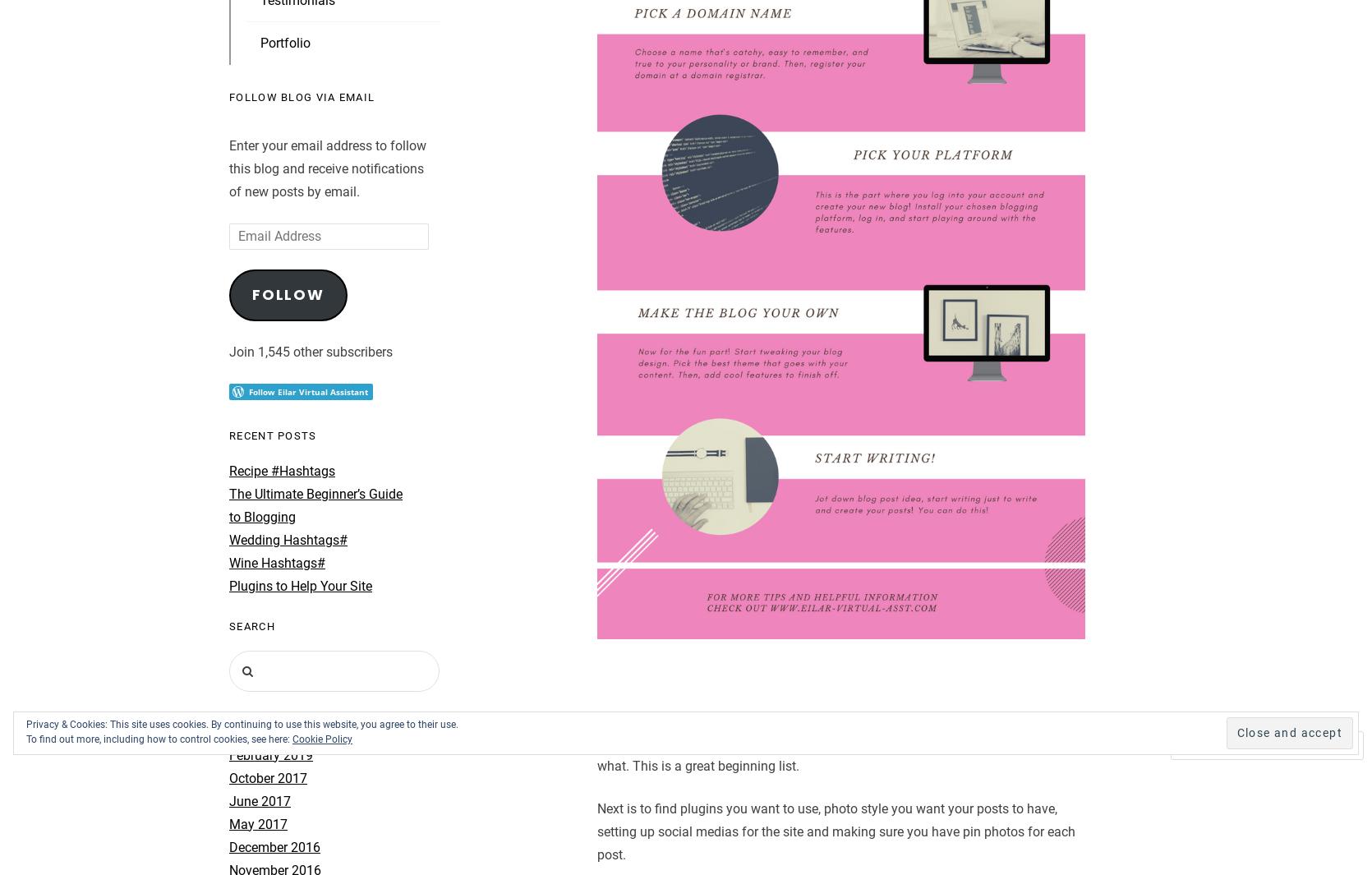  I want to click on 'Recent Posts', so click(271, 434).